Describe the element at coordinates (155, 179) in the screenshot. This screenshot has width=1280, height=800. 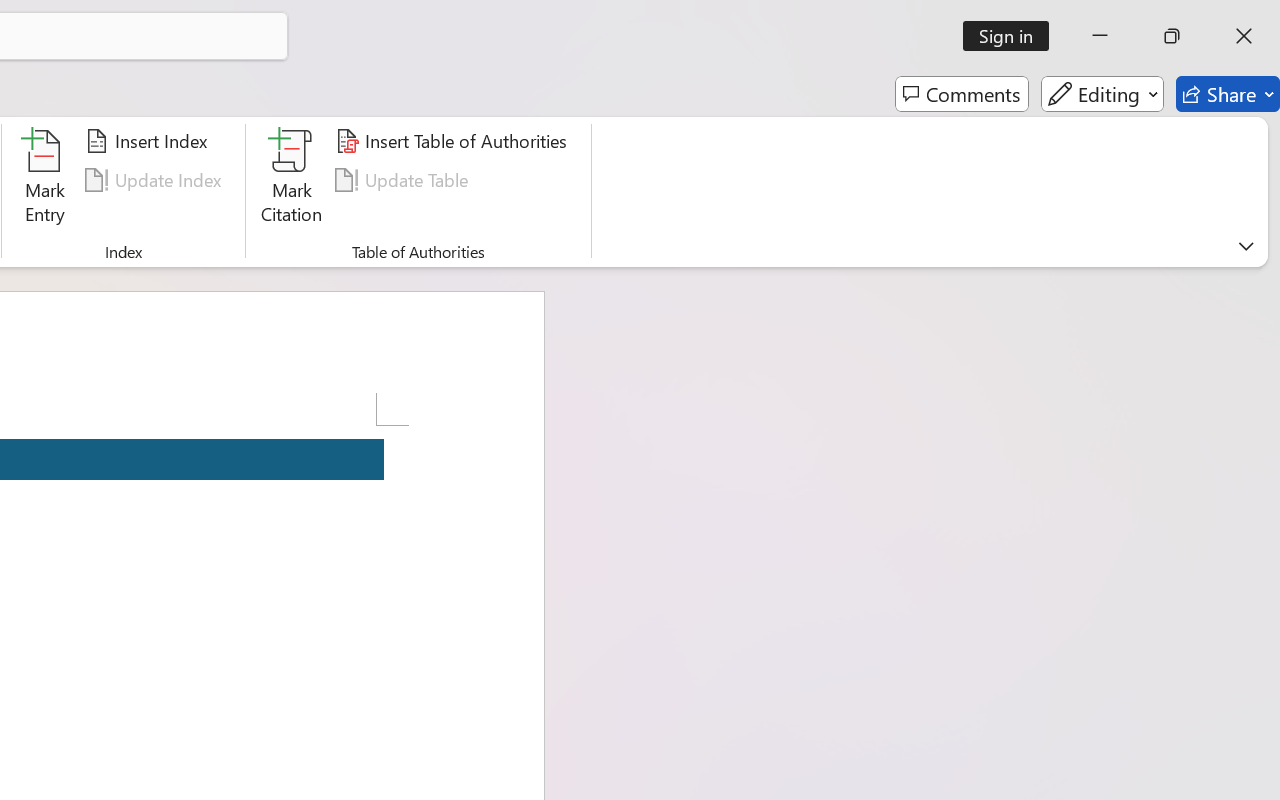
I see `'Update Index'` at that location.